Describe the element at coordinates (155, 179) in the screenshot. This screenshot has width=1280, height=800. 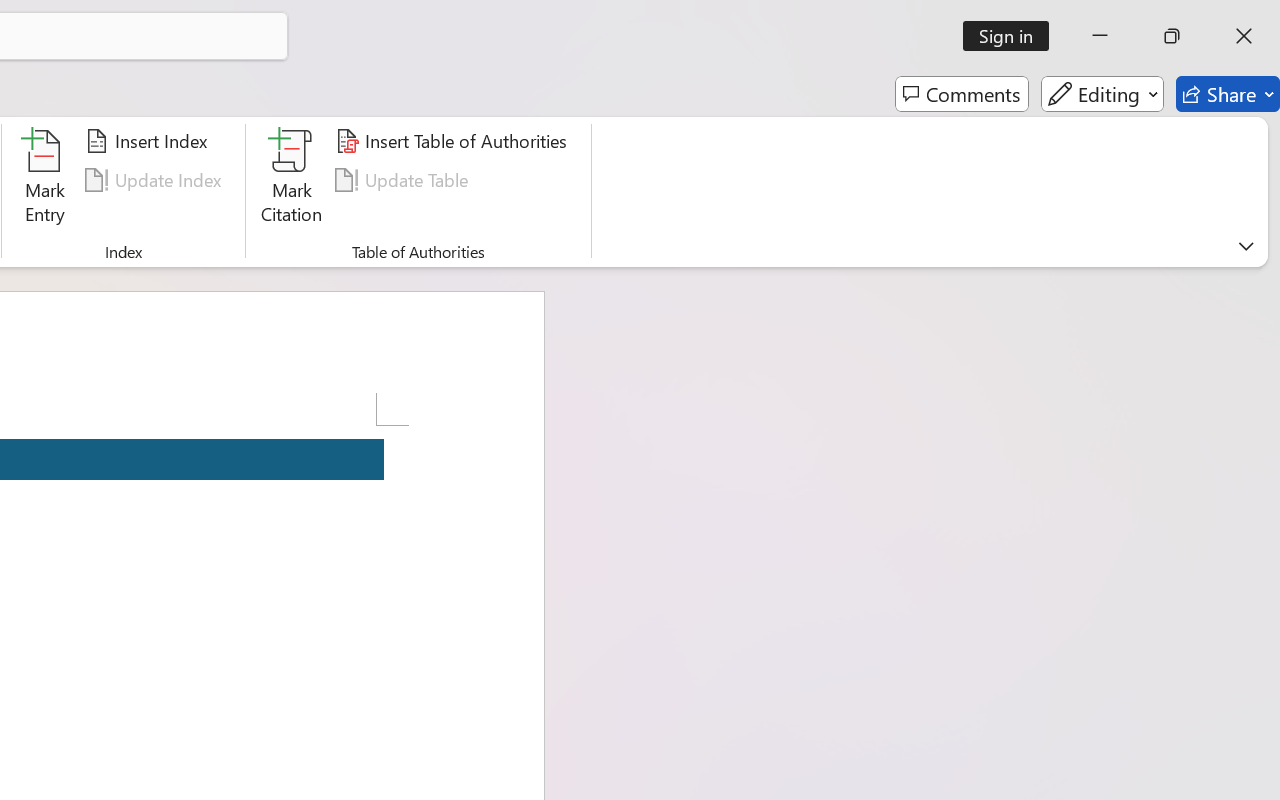
I see `'Update Index'` at that location.